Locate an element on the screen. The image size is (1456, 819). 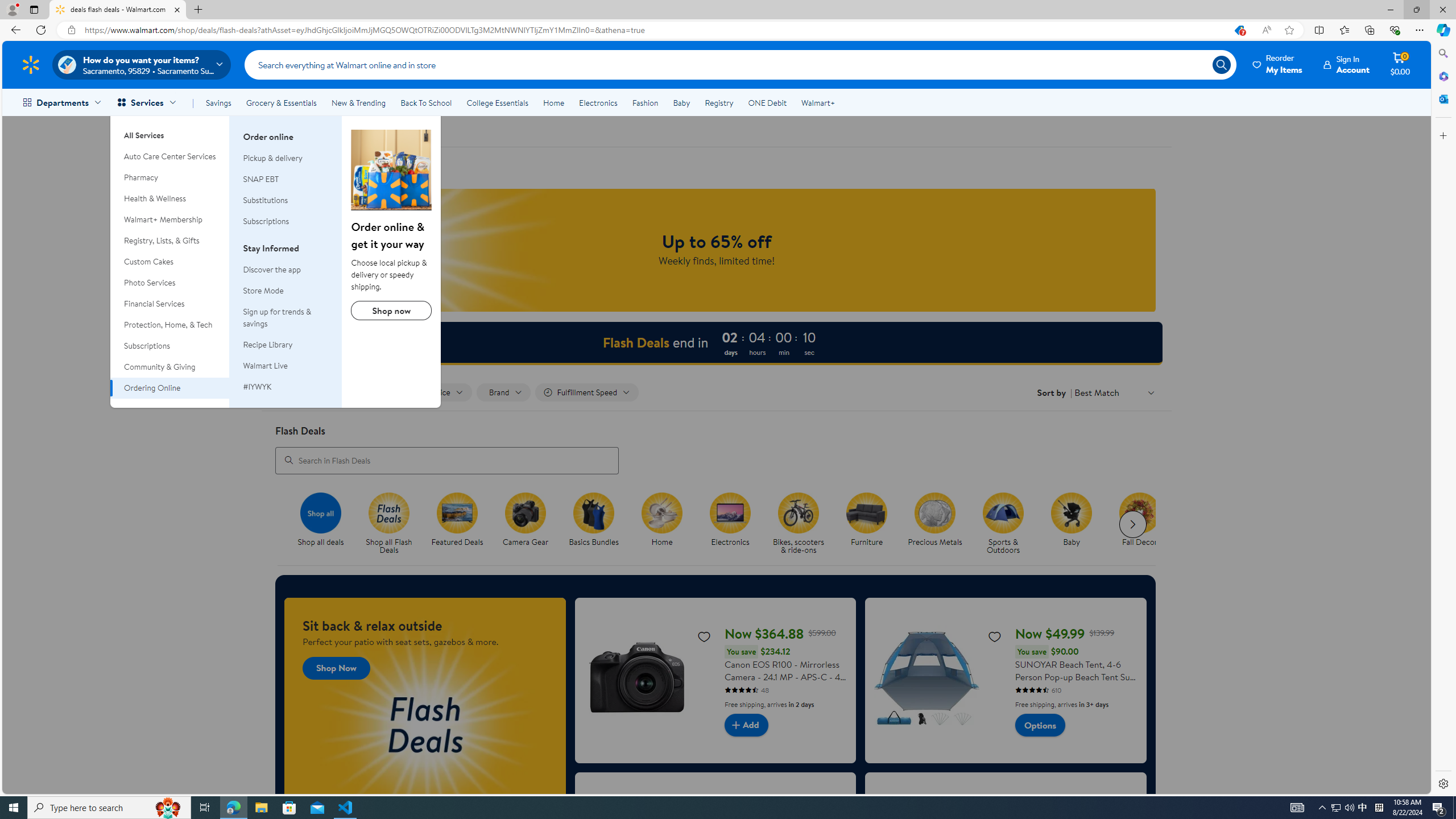
'Fall Decor' is located at coordinates (1143, 523).